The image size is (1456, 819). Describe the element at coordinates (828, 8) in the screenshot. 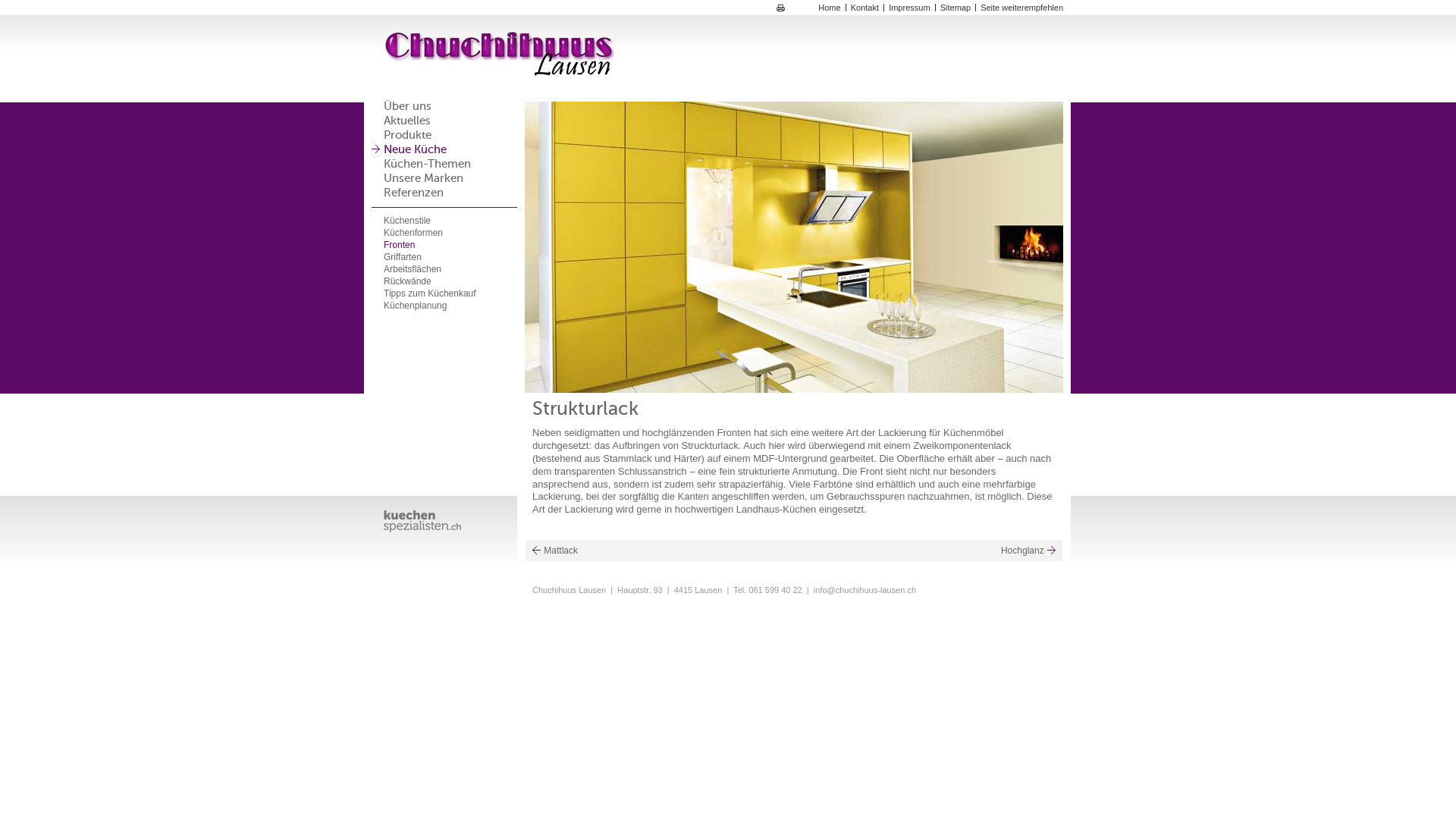

I see `'Home'` at that location.